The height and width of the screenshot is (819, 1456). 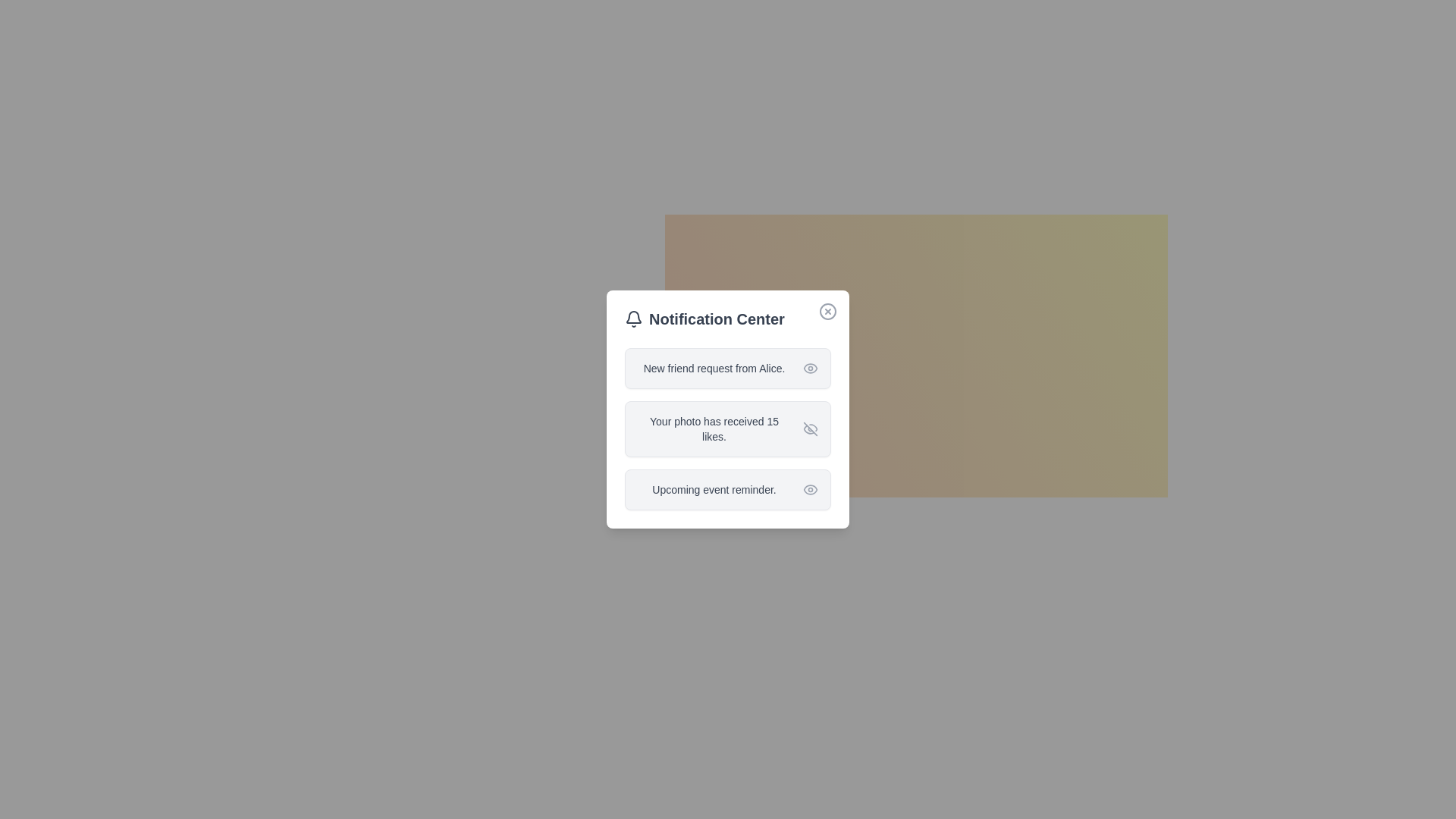 What do you see at coordinates (810, 429) in the screenshot?
I see `the Action icon button` at bounding box center [810, 429].